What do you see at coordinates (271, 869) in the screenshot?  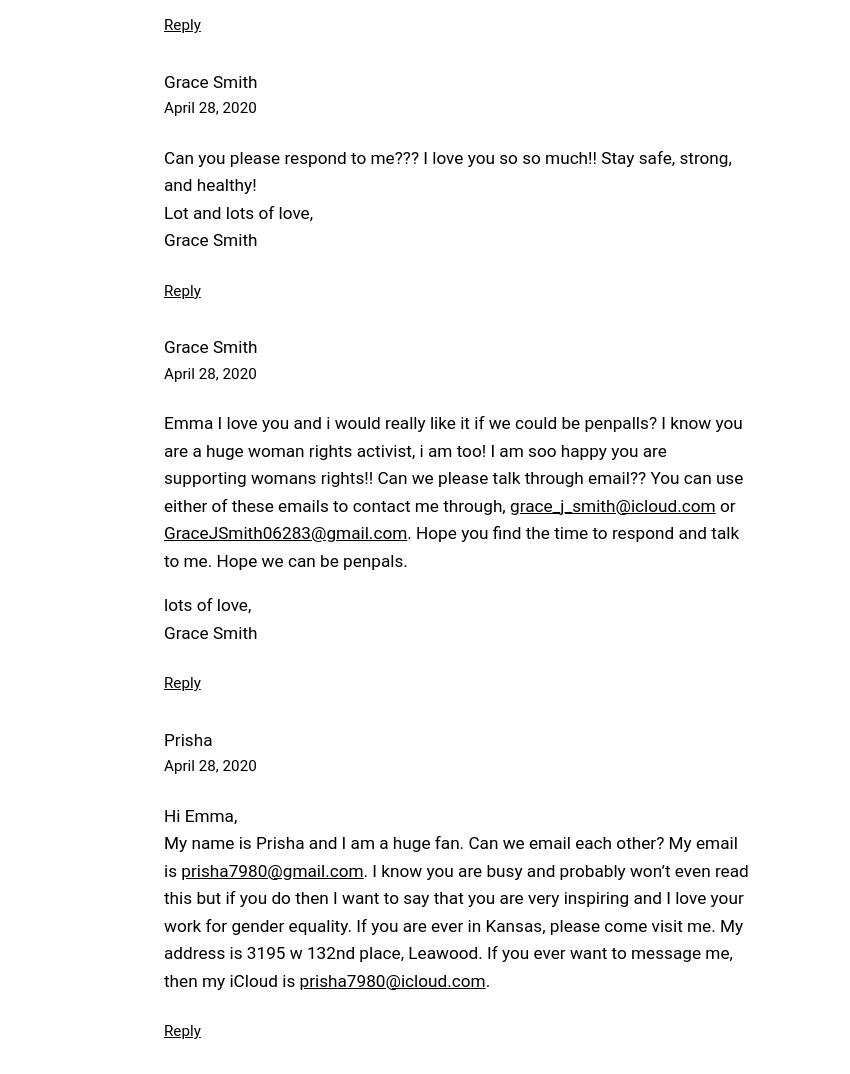 I see `'prisha7980@gmail.com'` at bounding box center [271, 869].